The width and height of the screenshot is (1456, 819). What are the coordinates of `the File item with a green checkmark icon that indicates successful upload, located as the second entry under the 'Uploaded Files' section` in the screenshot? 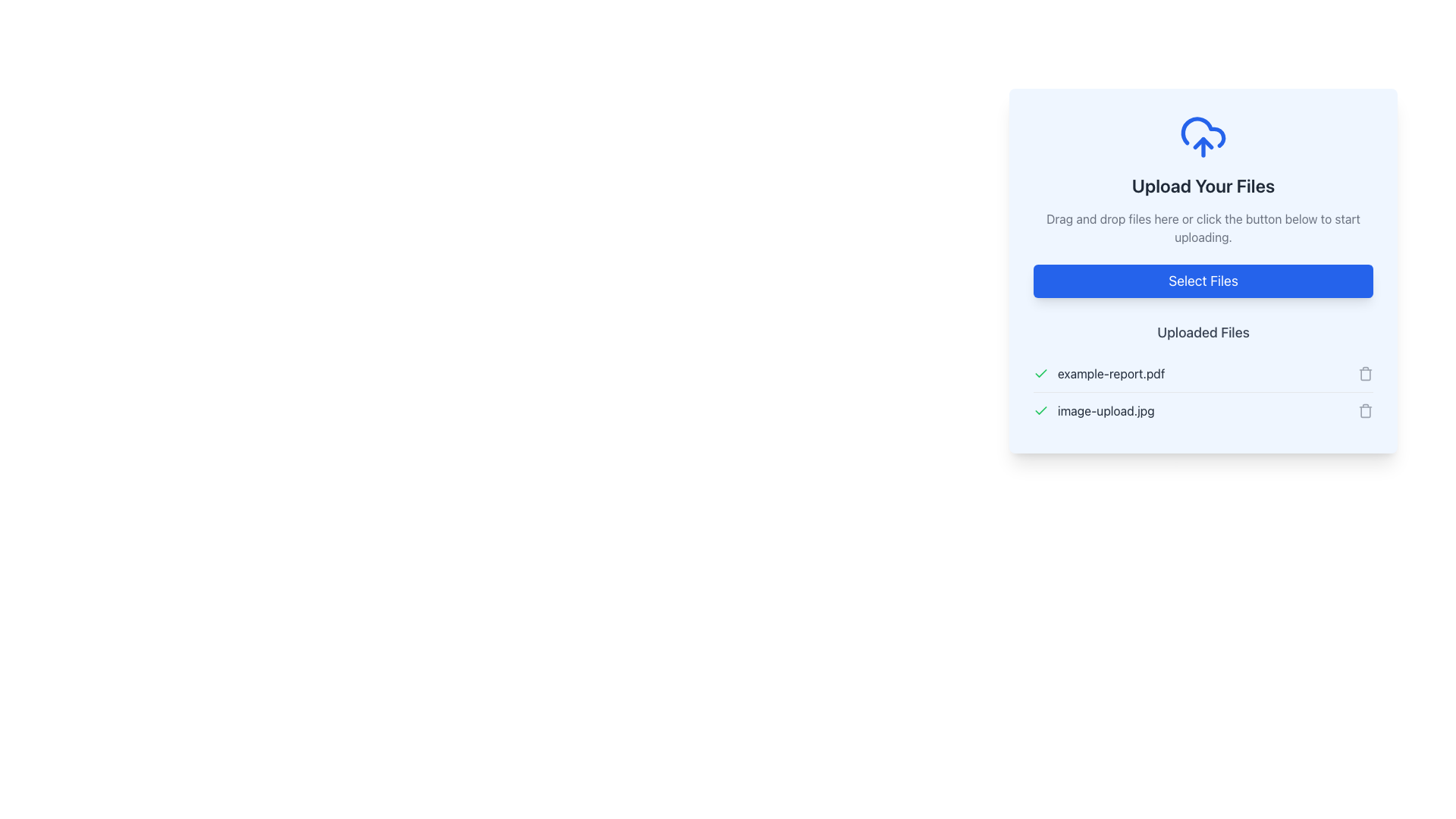 It's located at (1094, 411).